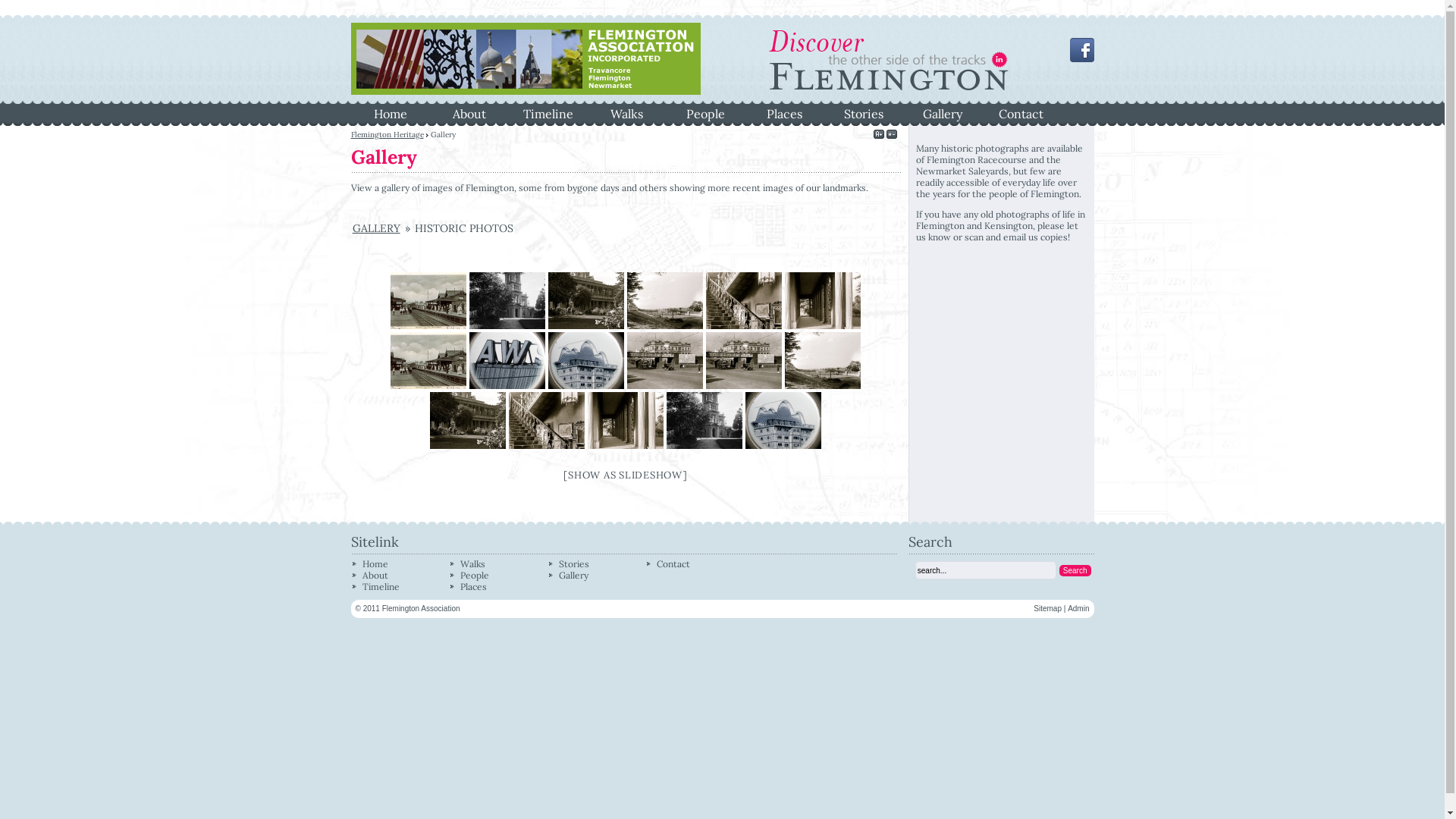 The image size is (1456, 819). I want to click on 'GALLERY', so click(376, 227).